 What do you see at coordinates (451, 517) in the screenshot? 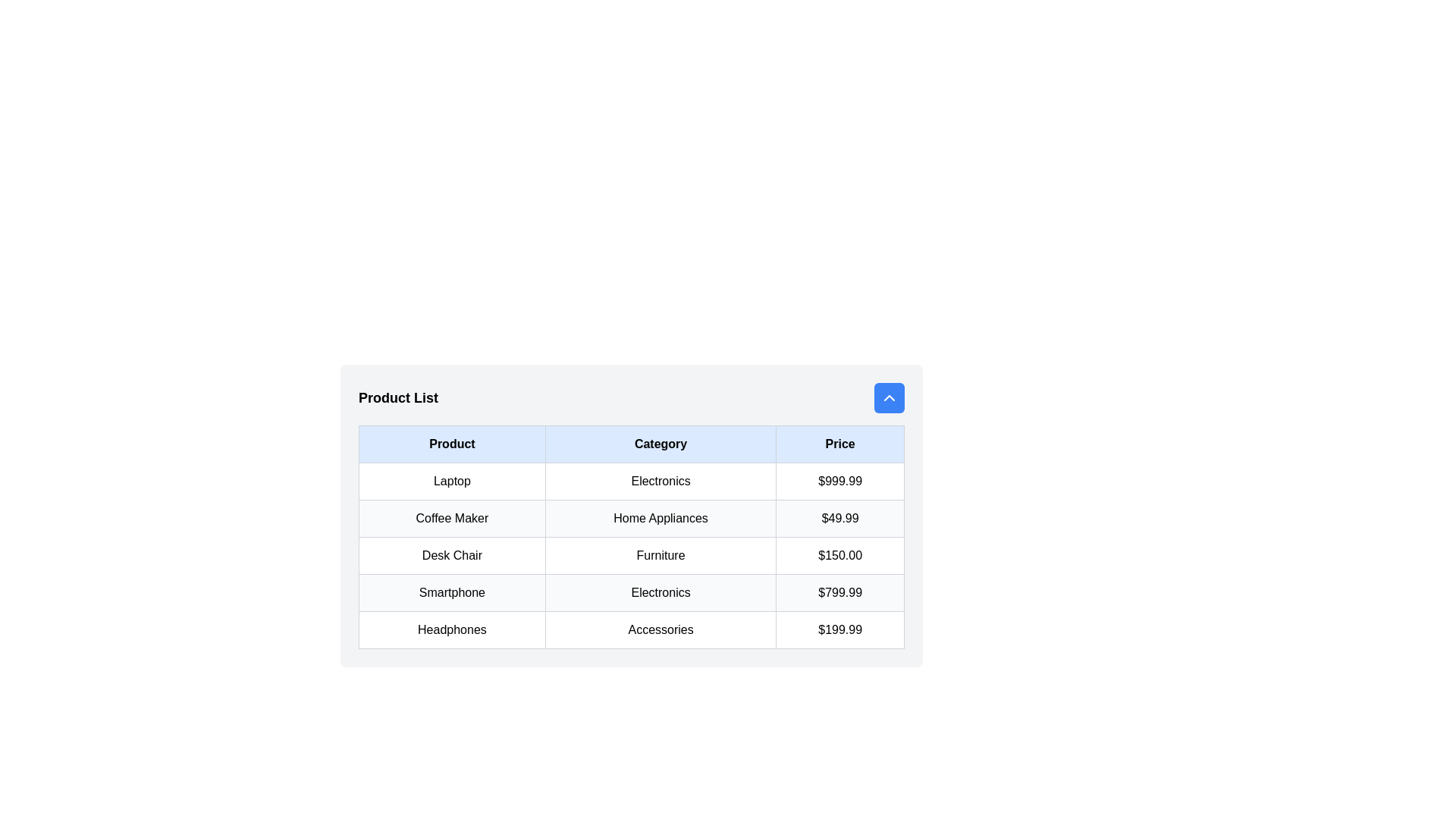
I see `the text label displaying 'Coffee Maker', which is located in the second row of the 'Product' column in a table, aligned with 'Home Appliances' in the 'Category' column and '$49.99' in the 'Price' column` at bounding box center [451, 517].